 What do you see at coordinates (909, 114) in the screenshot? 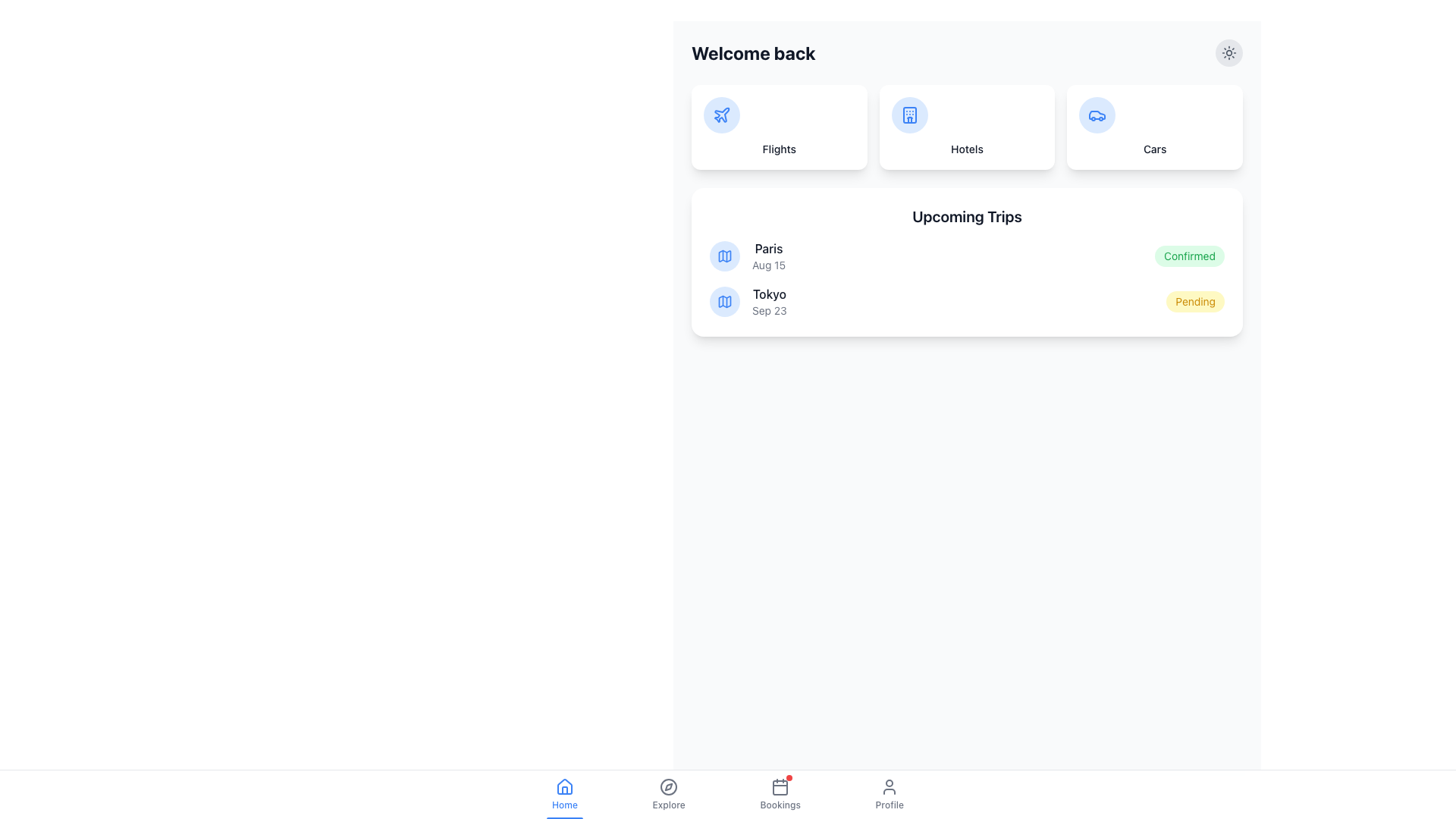
I see `the 'Hotels' icon located within the top-center card labeled 'Hotels', which is part of the main options displayed horizontally` at bounding box center [909, 114].